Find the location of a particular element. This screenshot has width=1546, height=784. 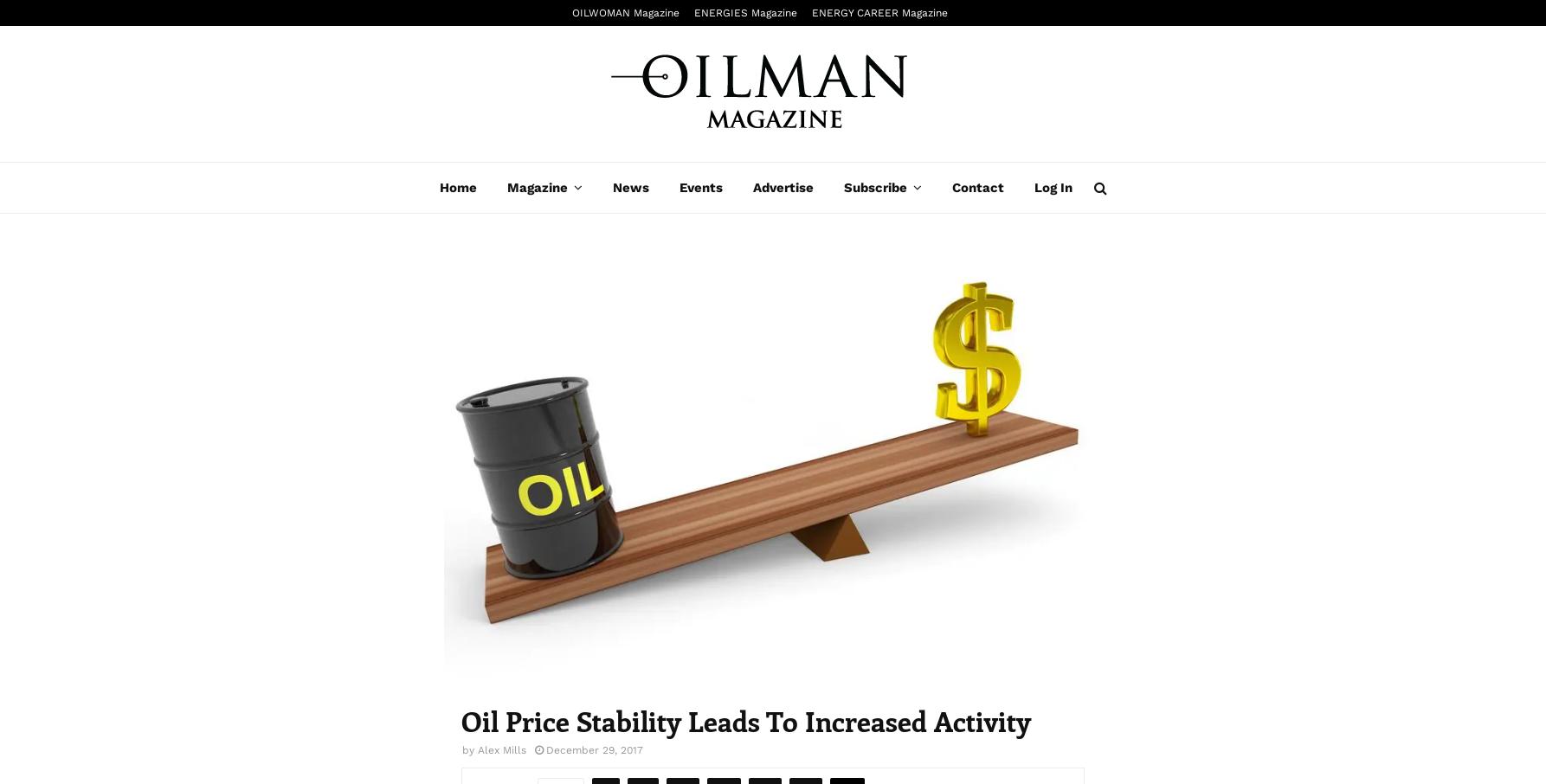

'Advertise' is located at coordinates (751, 186).